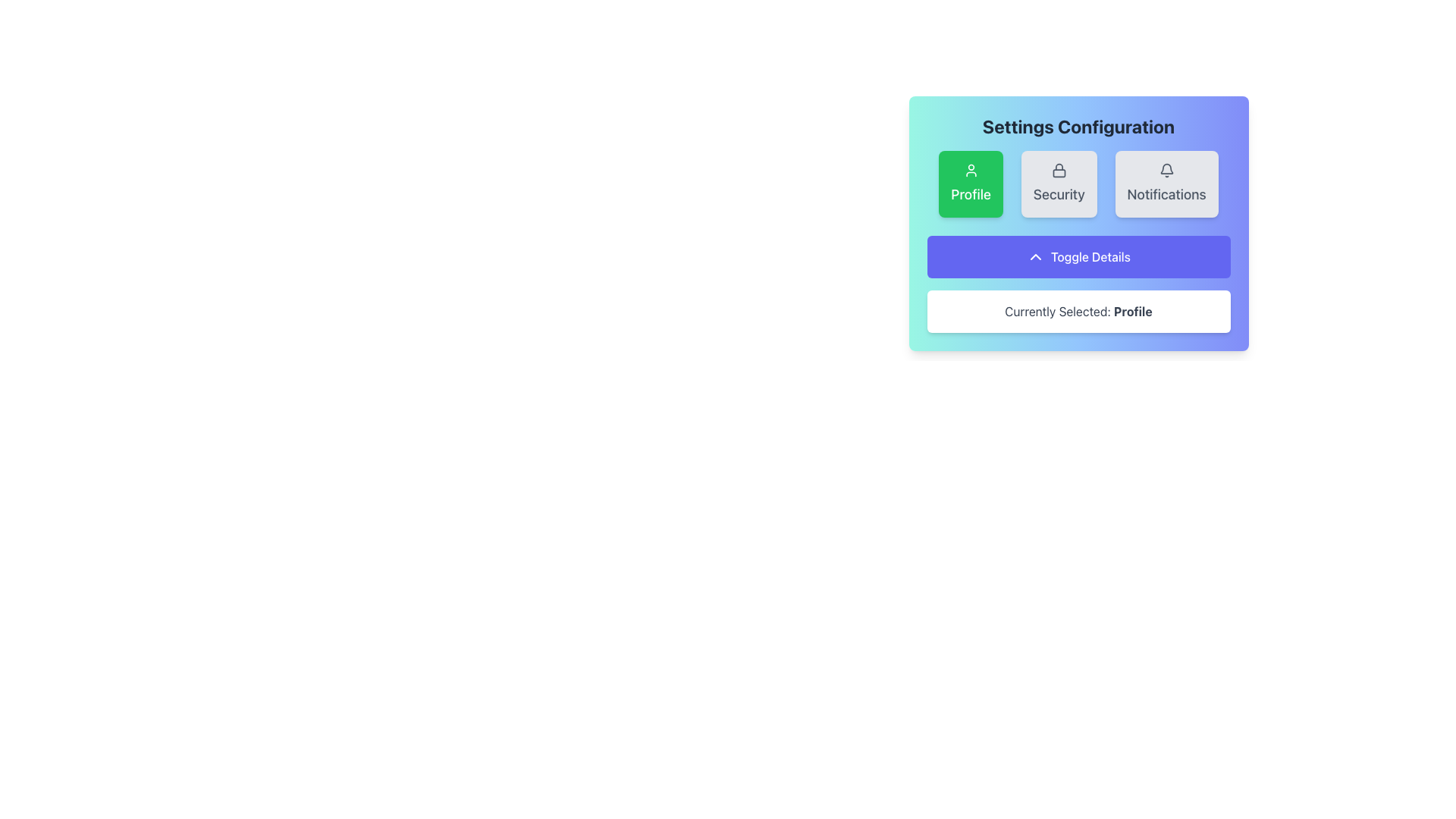 The image size is (1456, 819). Describe the element at coordinates (1035, 256) in the screenshot. I see `the downward-pointing chevron icon with a black outline located to the left of the 'Toggle Details' text within the purple button under the 'Settings Configuration' header` at that location.